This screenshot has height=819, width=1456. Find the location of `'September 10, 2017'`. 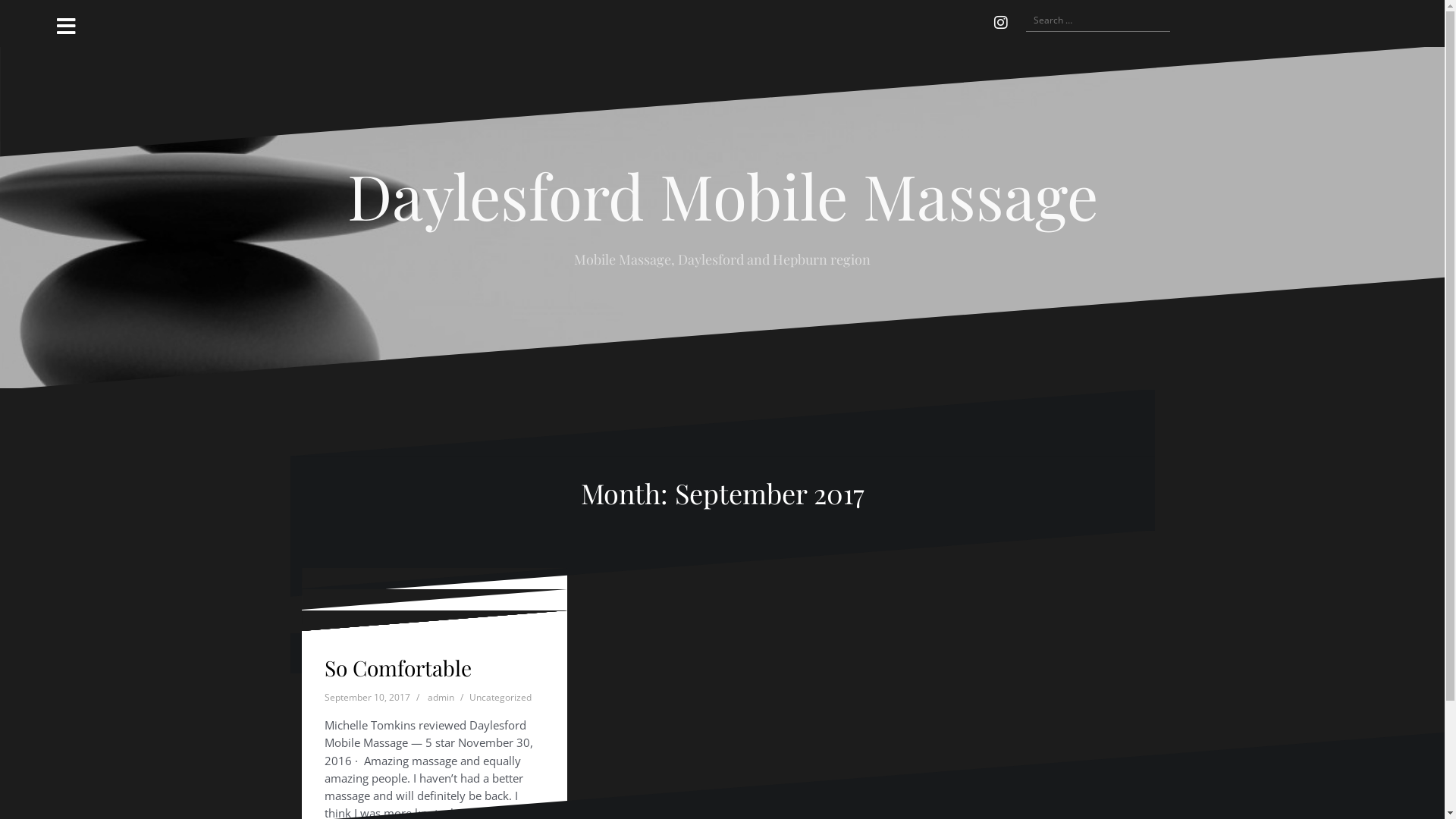

'September 10, 2017' is located at coordinates (367, 697).